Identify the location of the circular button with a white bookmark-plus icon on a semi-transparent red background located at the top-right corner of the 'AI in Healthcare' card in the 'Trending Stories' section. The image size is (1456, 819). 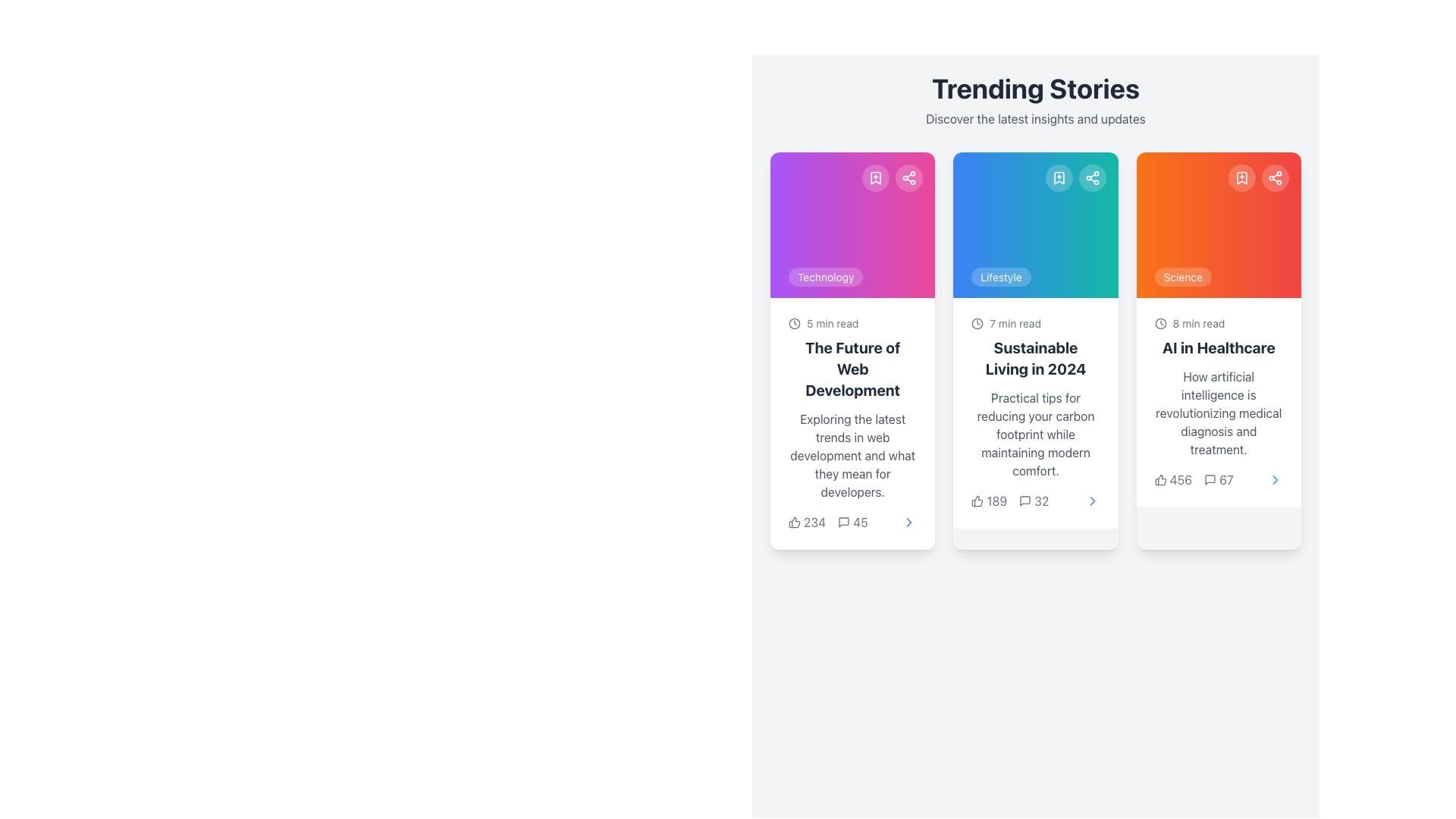
(1241, 177).